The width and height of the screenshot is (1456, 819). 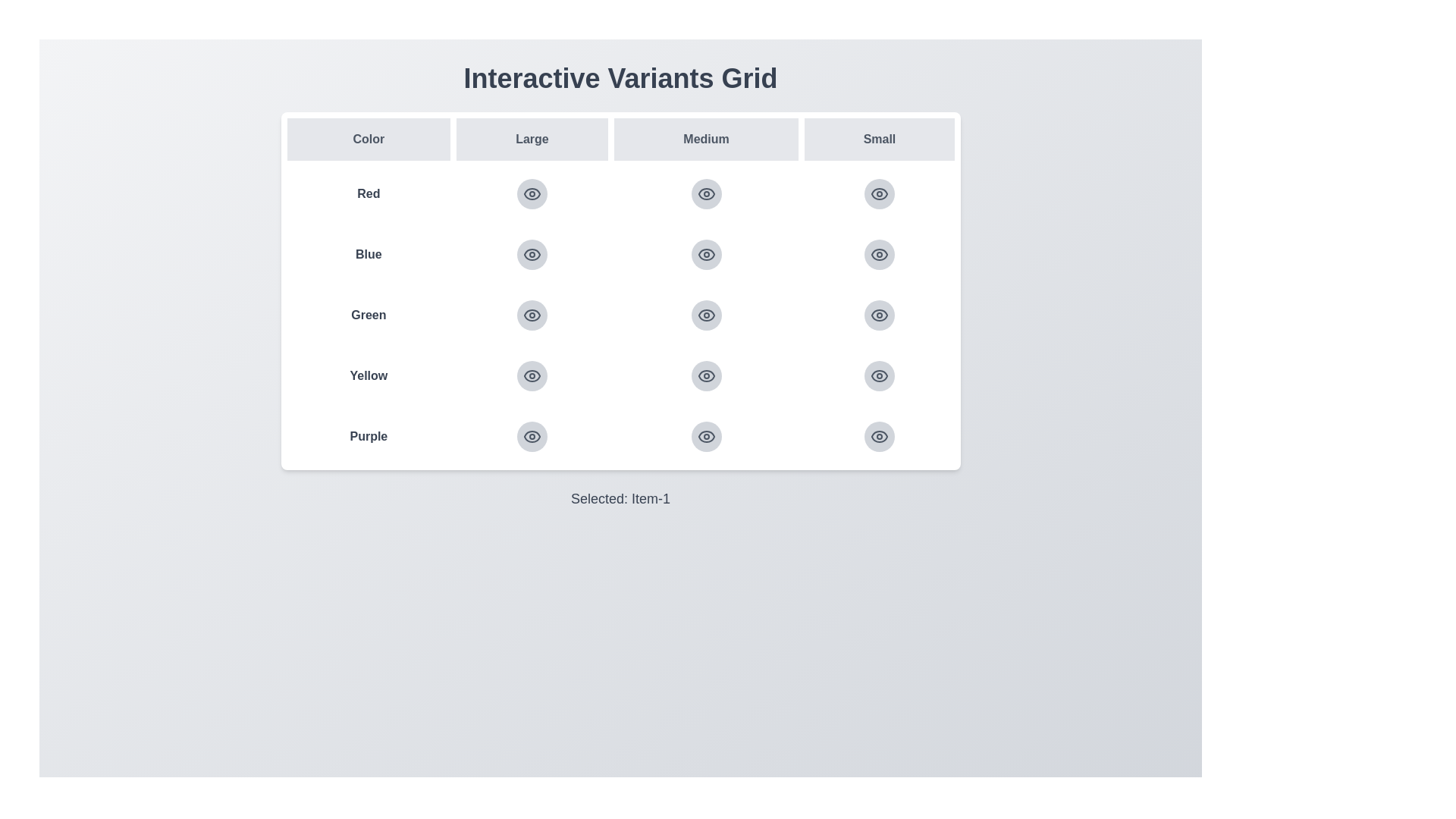 I want to click on the visibility icon located in the last row under the 'Small' column of the grid, so click(x=880, y=315).